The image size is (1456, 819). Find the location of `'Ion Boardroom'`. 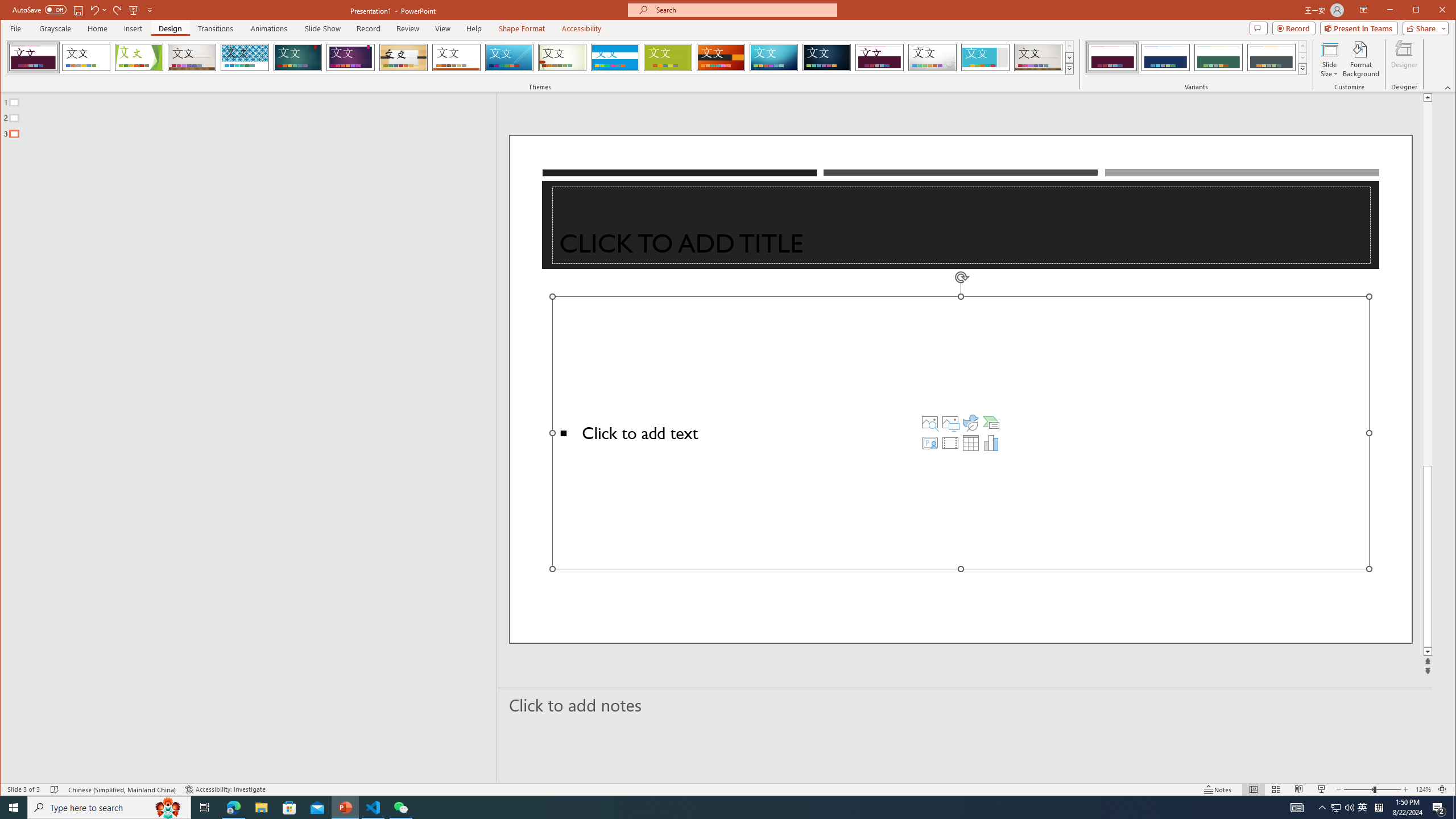

'Ion Boardroom' is located at coordinates (350, 57).